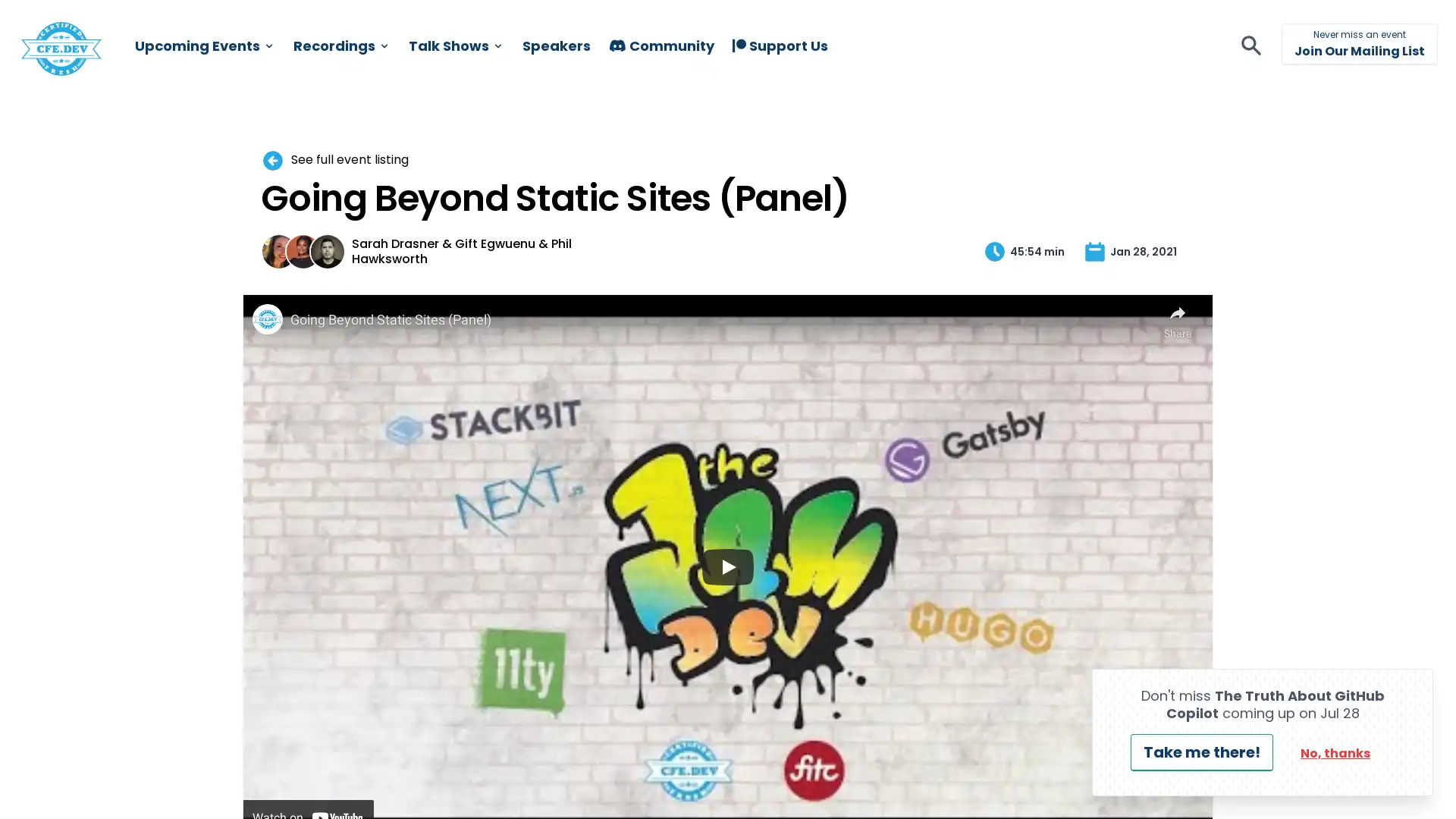  What do you see at coordinates (575, 54) in the screenshot?
I see `Search` at bounding box center [575, 54].